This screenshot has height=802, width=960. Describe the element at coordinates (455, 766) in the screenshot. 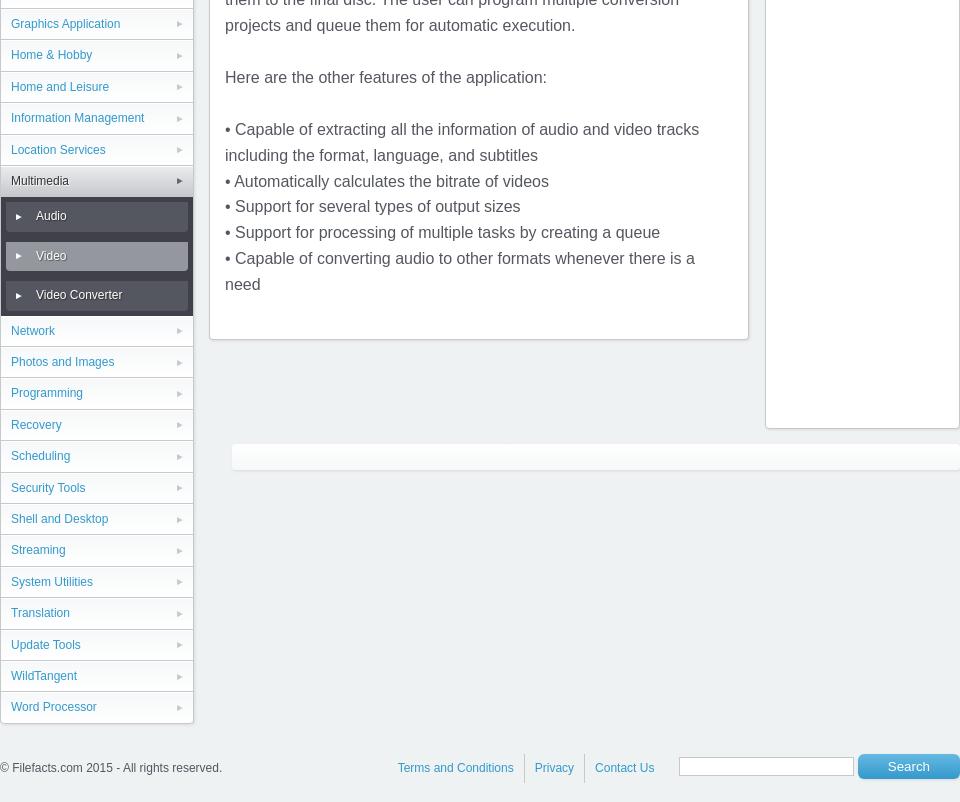

I see `'Terms and Conditions'` at that location.